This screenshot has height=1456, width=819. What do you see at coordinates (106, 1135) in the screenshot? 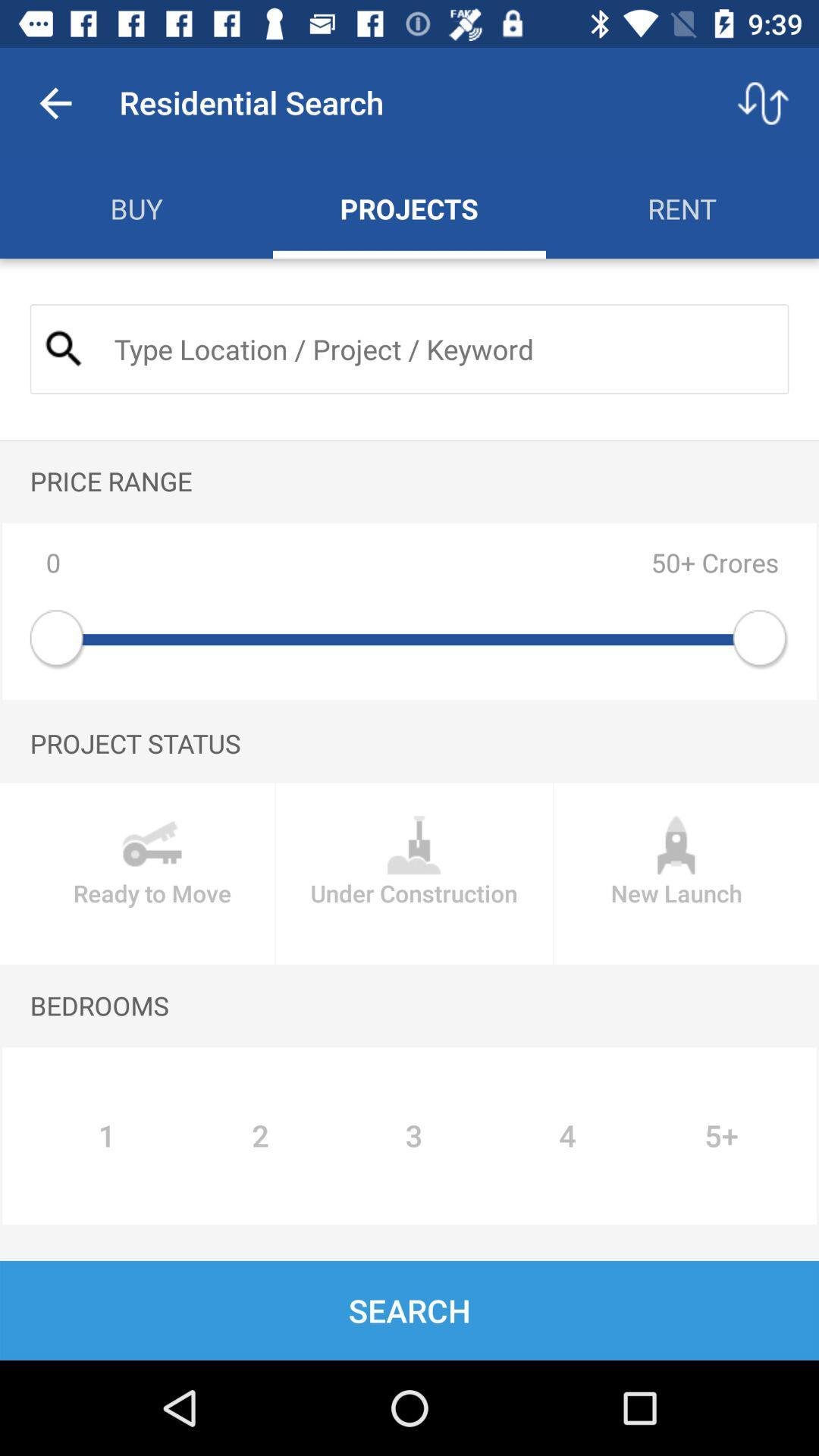
I see `1 at the bottom of the web page` at bounding box center [106, 1135].